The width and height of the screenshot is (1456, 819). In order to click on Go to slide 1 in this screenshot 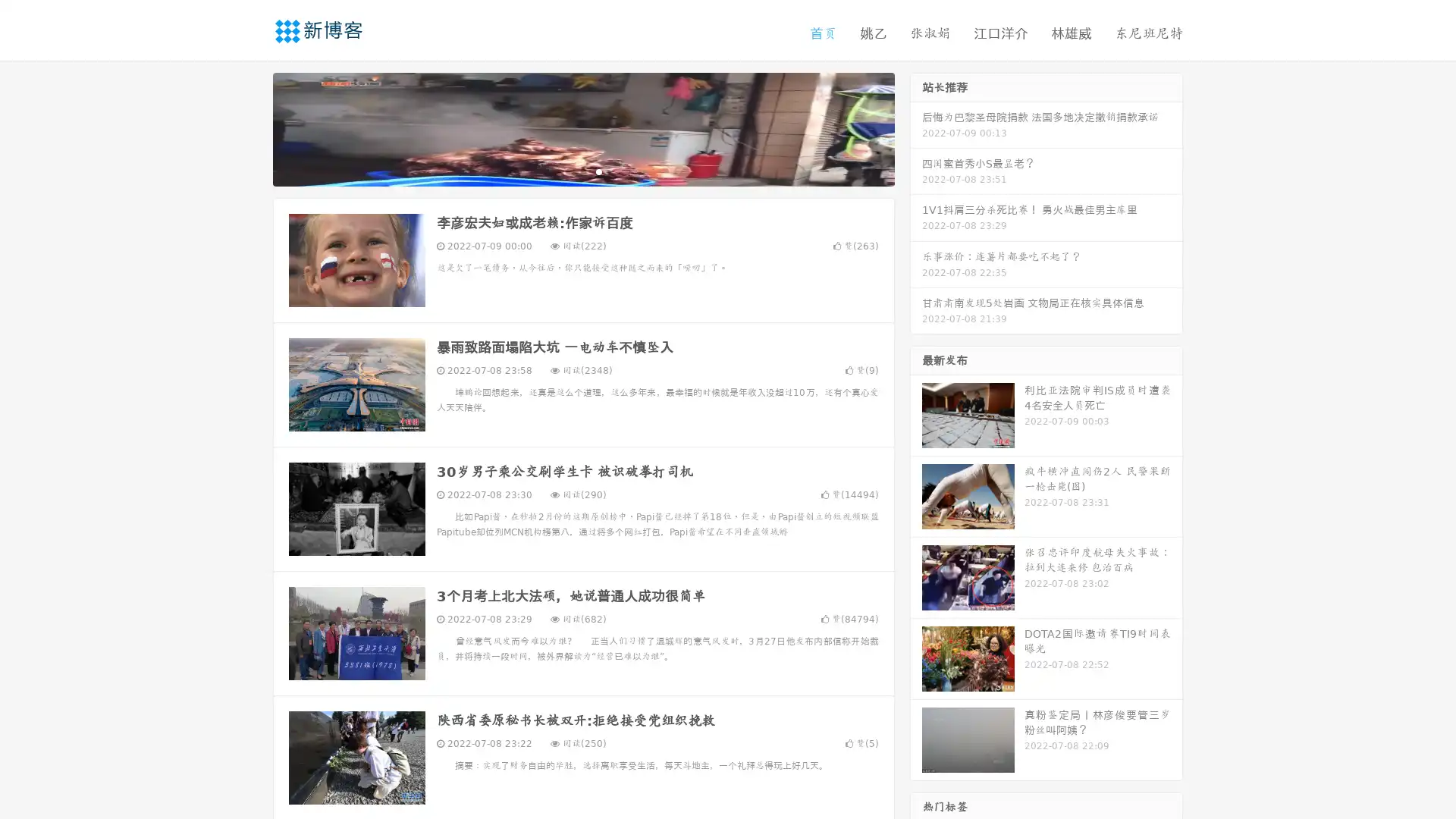, I will do `click(567, 171)`.